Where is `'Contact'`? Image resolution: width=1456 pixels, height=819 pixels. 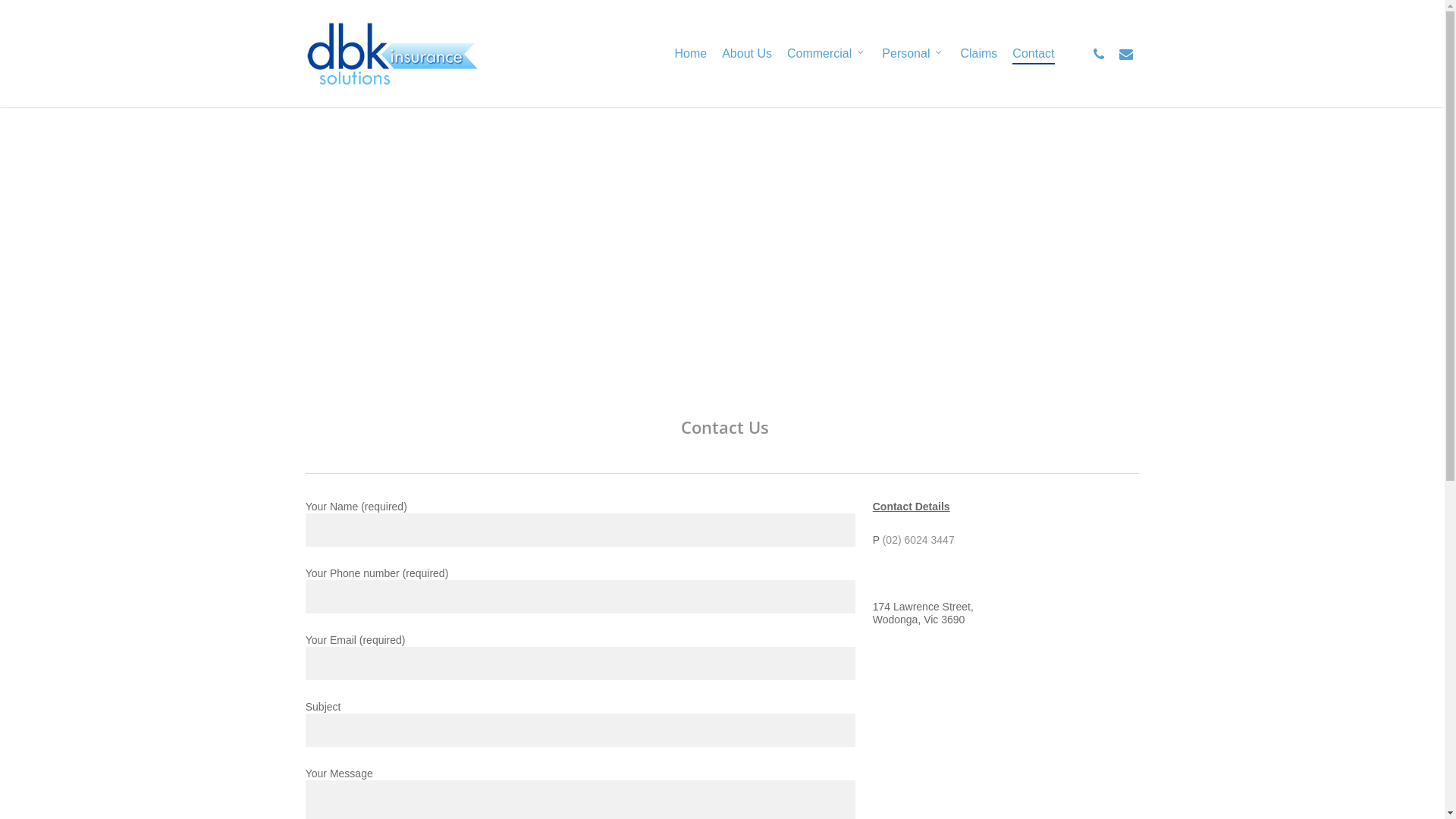
'Contact' is located at coordinates (1032, 52).